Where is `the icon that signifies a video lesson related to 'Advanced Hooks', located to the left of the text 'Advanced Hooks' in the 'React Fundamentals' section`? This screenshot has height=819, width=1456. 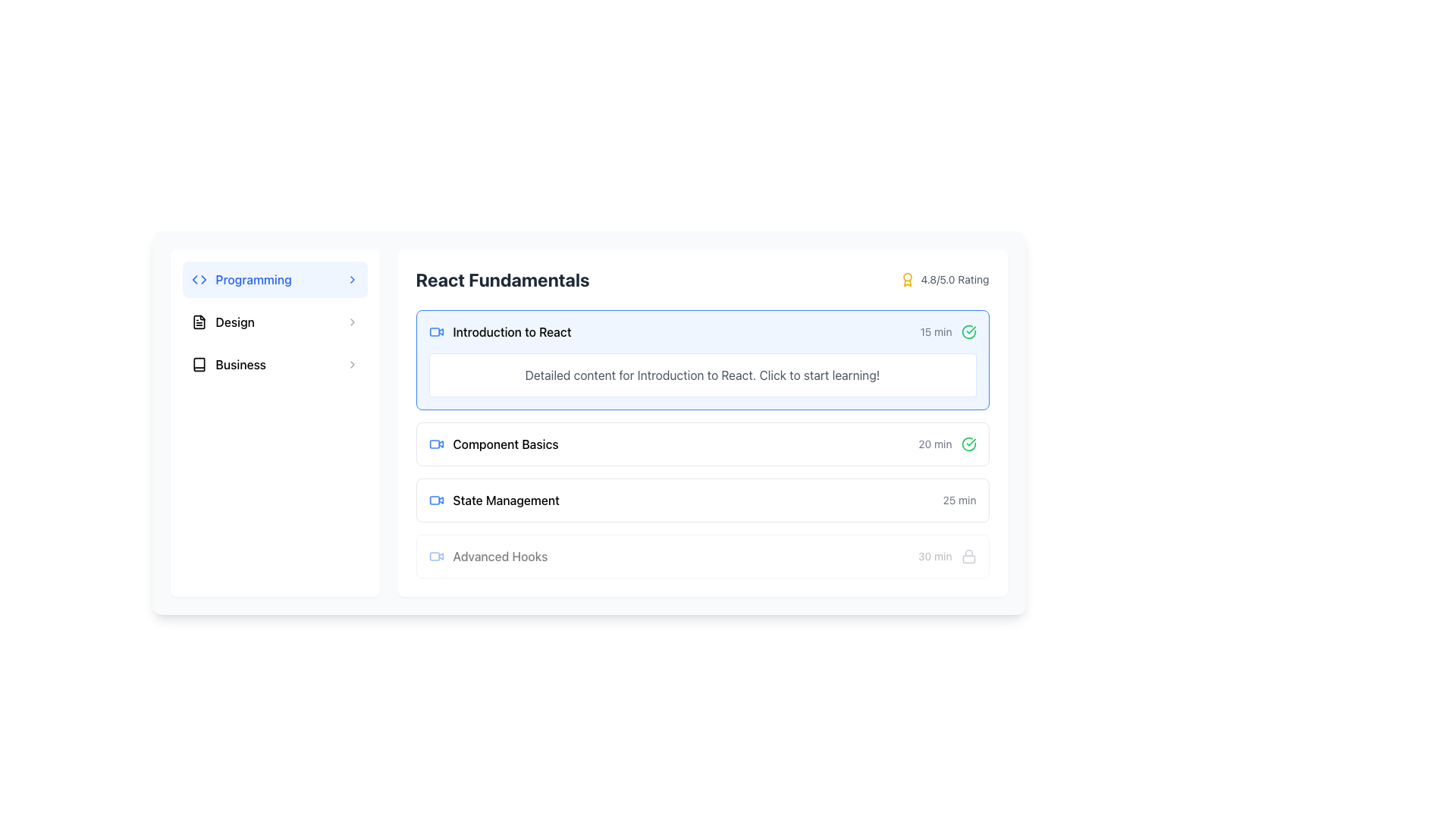 the icon that signifies a video lesson related to 'Advanced Hooks', located to the left of the text 'Advanced Hooks' in the 'React Fundamentals' section is located at coordinates (435, 556).